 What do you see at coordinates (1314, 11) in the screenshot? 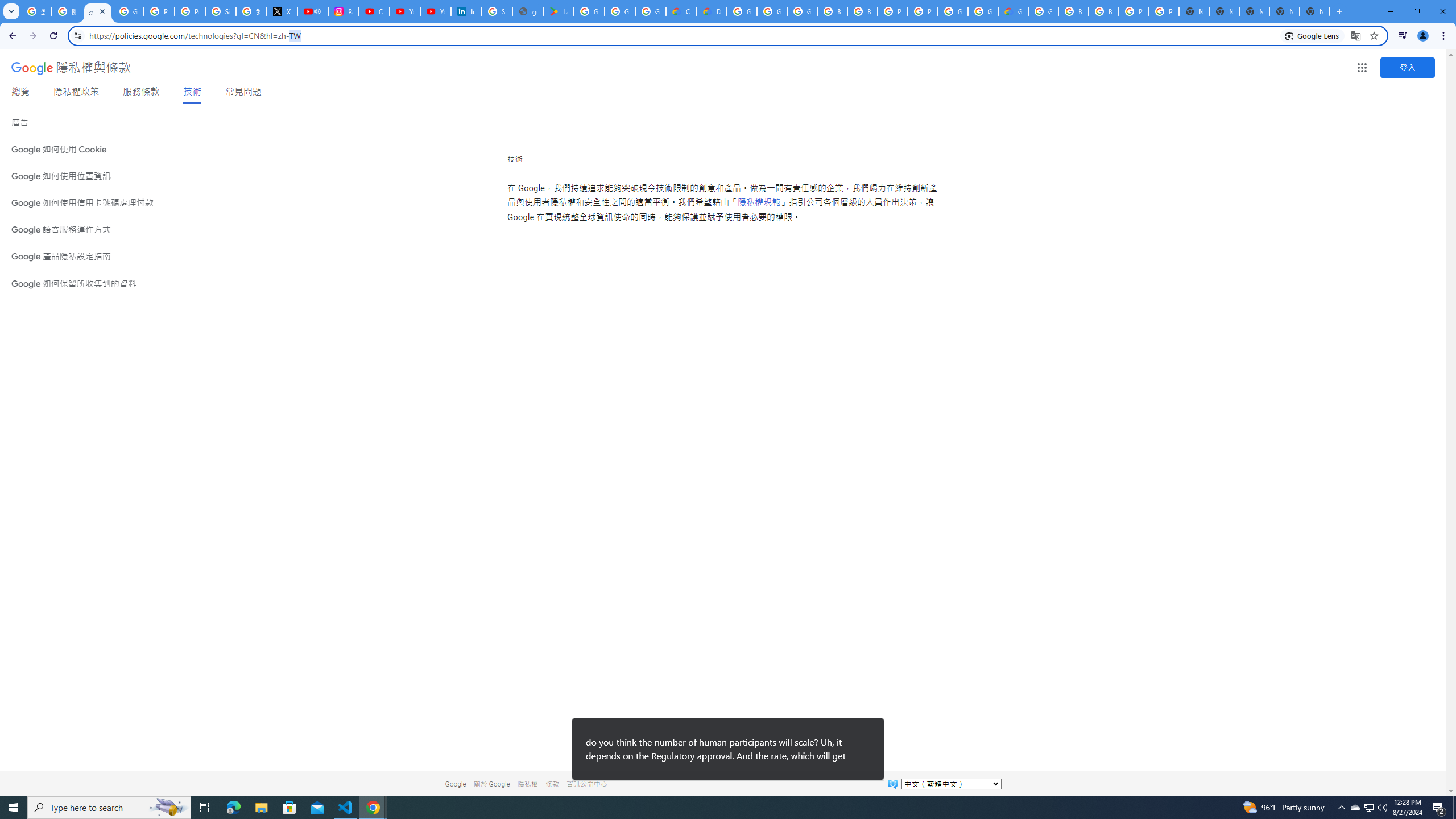
I see `'New Tab'` at bounding box center [1314, 11].